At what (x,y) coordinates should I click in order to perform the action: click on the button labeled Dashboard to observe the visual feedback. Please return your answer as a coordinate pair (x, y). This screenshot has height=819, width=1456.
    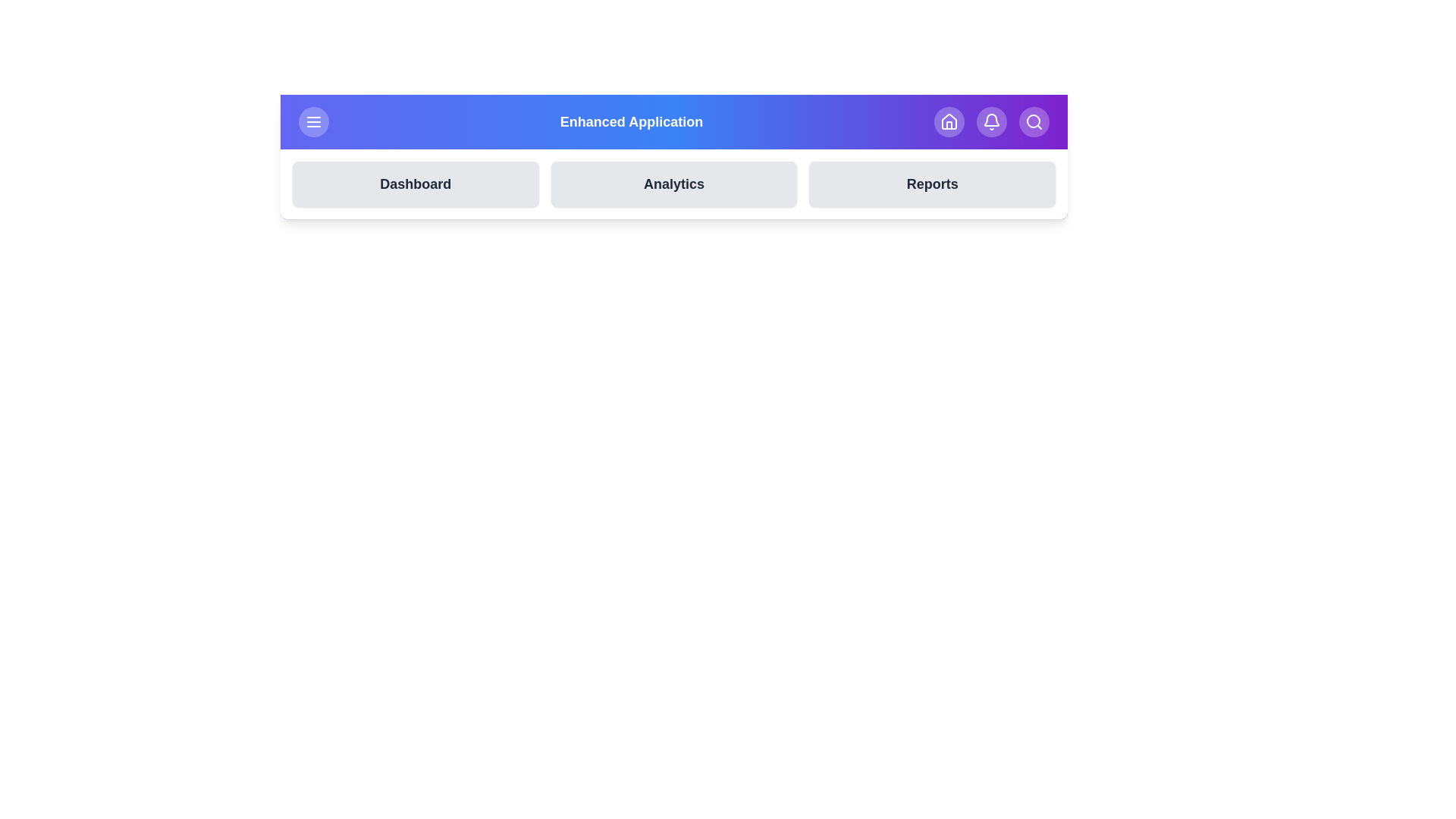
    Looking at the image, I should click on (416, 184).